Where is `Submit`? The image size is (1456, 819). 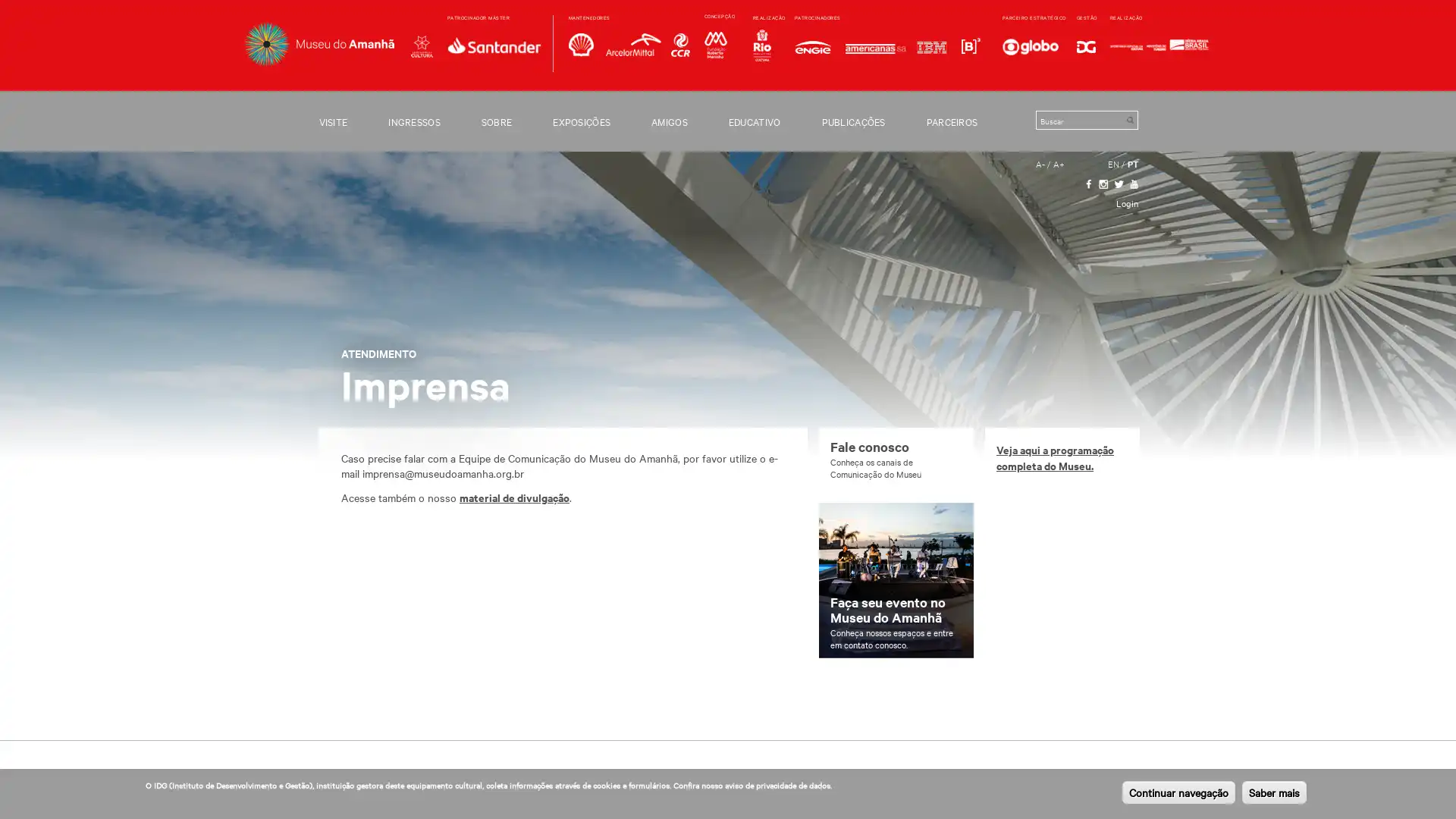 Submit is located at coordinates (1129, 119).